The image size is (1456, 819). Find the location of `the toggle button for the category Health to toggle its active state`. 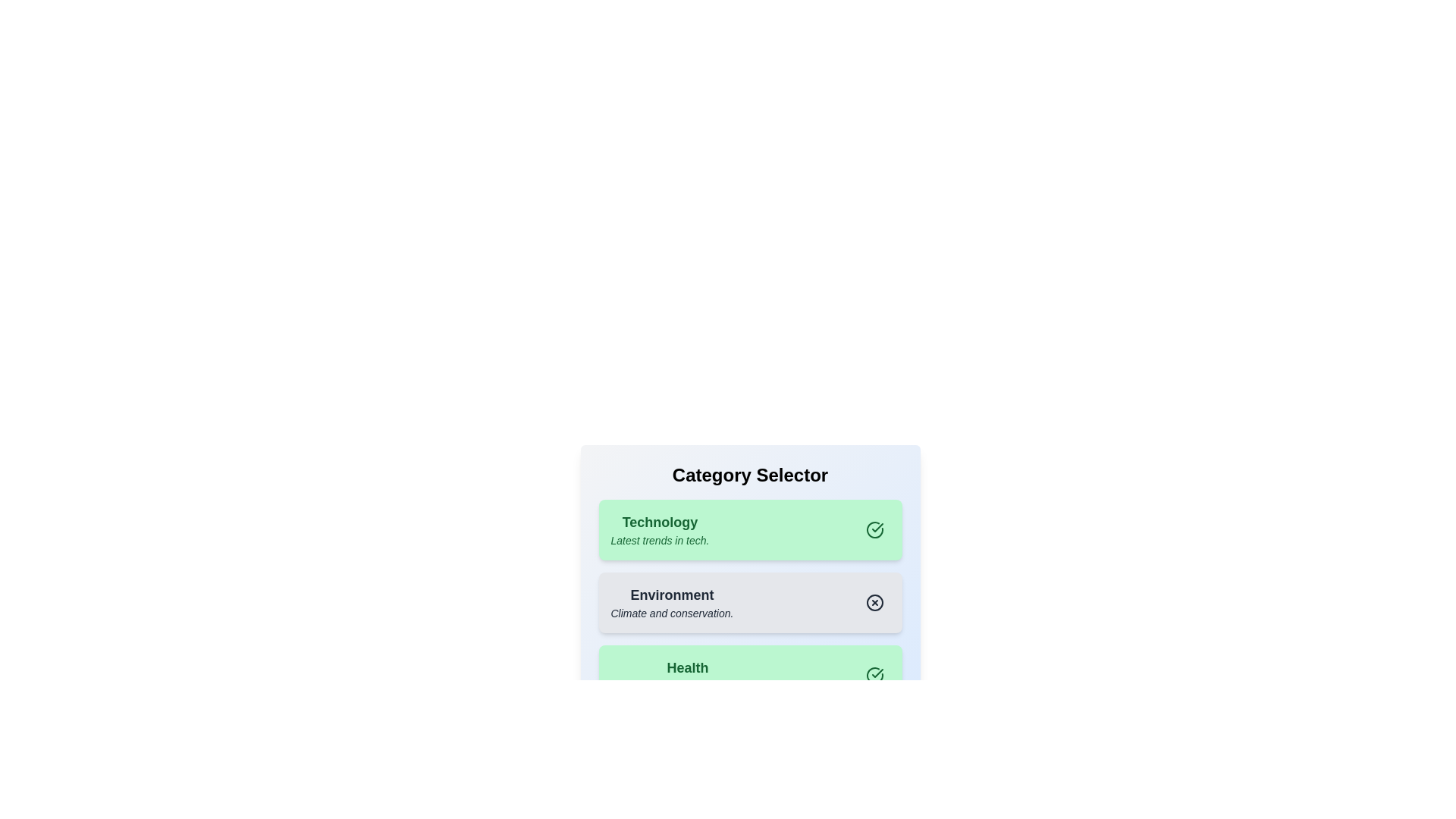

the toggle button for the category Health to toggle its active state is located at coordinates (874, 675).